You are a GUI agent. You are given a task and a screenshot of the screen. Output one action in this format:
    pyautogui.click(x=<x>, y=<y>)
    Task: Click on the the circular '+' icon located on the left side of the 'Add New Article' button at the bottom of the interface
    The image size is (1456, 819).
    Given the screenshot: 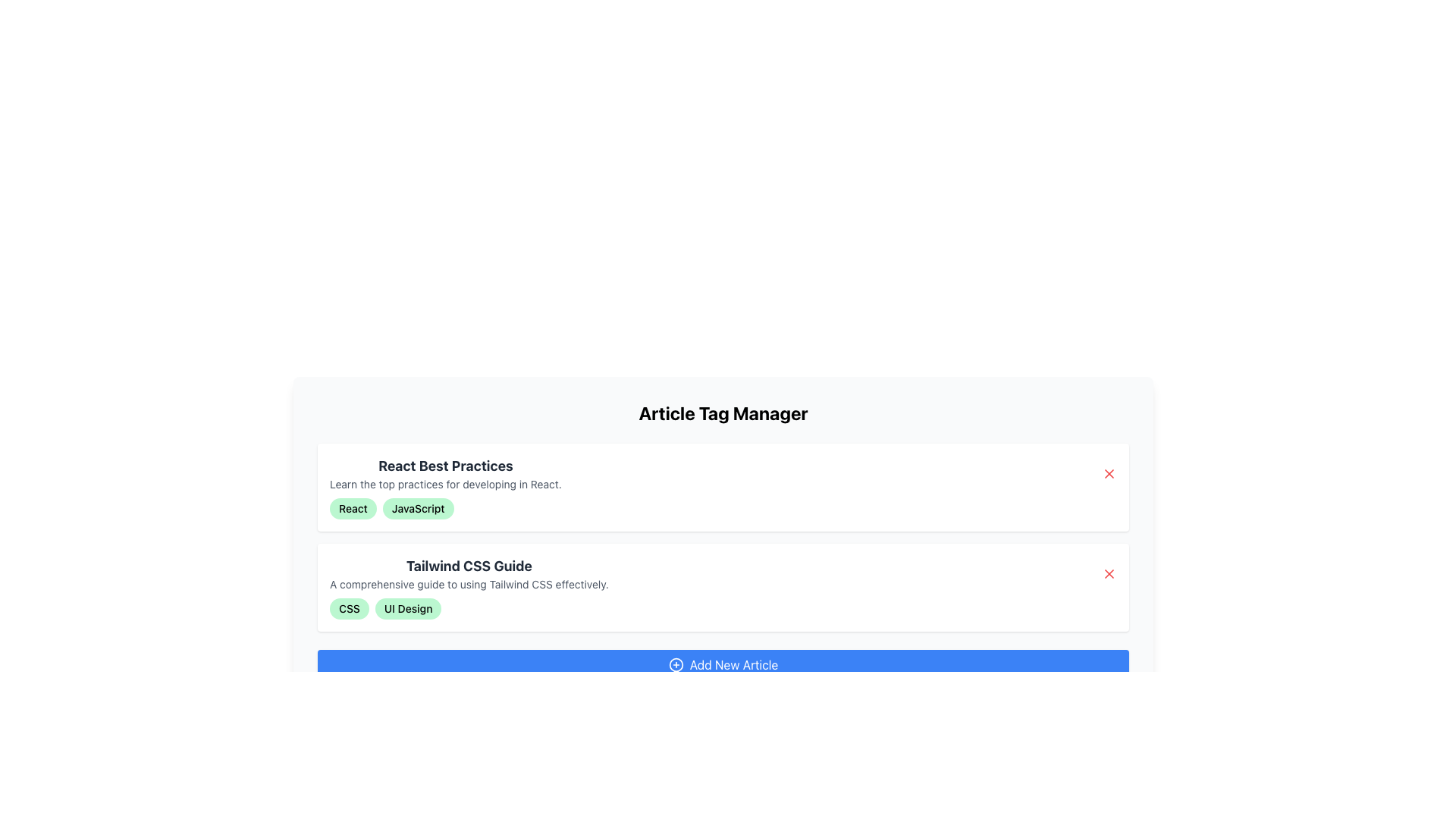 What is the action you would take?
    pyautogui.click(x=675, y=664)
    